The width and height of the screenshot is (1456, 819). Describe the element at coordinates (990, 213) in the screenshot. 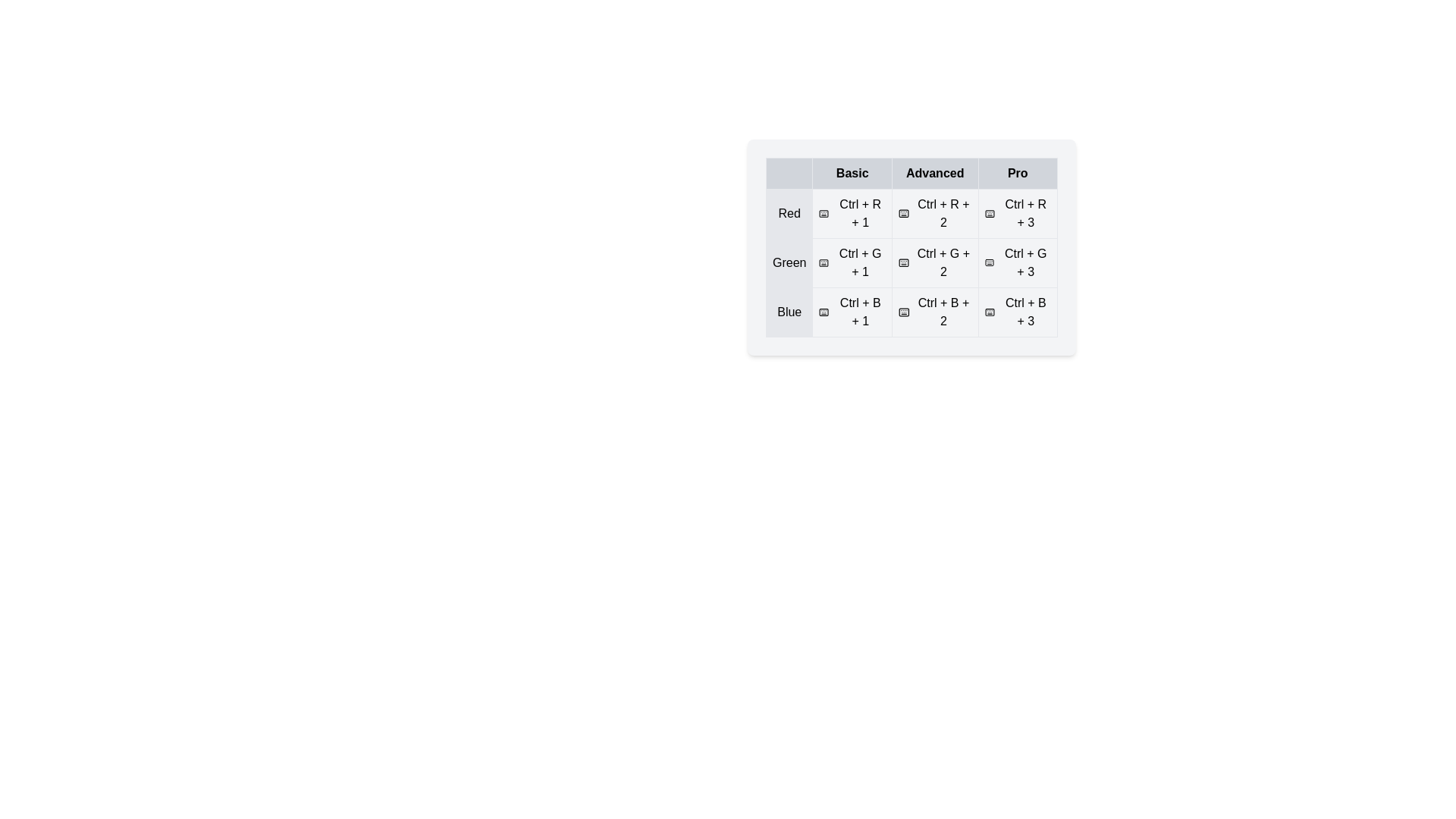

I see `the keyboard action icon located in the 'Pro' column of the 'Red' row, which visually indicates the action 'Ctrl + R + 3'` at that location.